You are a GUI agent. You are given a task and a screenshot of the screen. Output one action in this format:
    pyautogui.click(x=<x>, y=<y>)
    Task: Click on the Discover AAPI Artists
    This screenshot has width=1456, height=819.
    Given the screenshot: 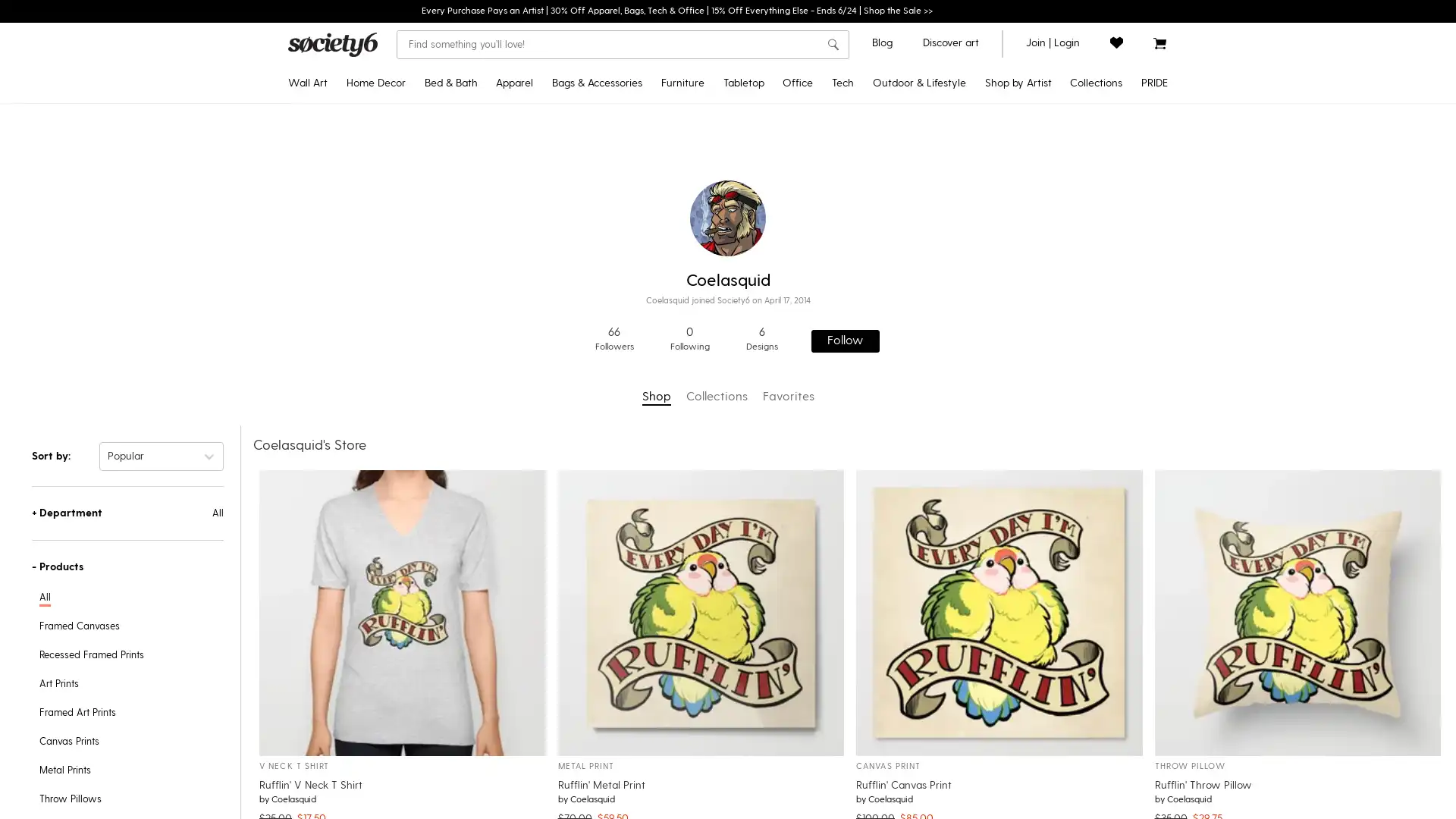 What is the action you would take?
    pyautogui.click(x=977, y=219)
    